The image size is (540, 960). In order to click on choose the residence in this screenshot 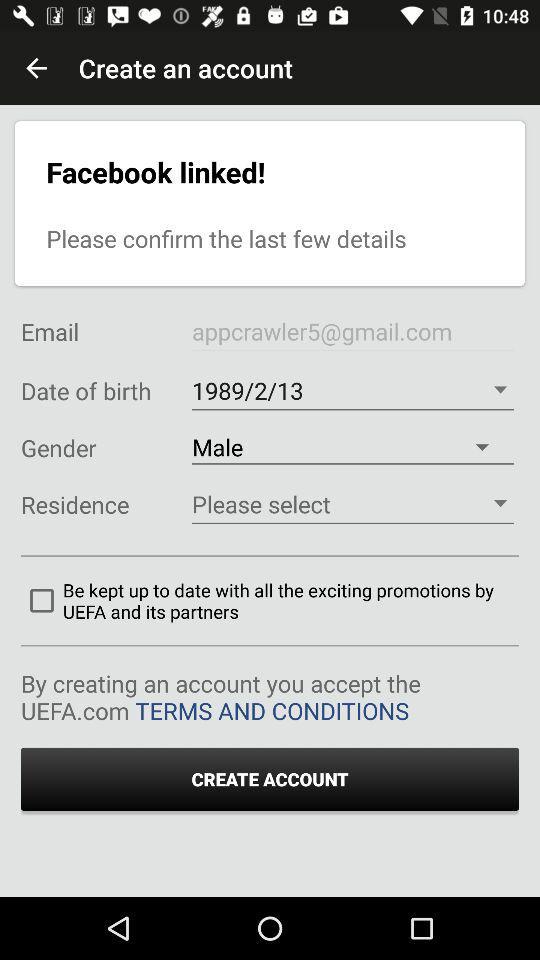, I will do `click(351, 503)`.